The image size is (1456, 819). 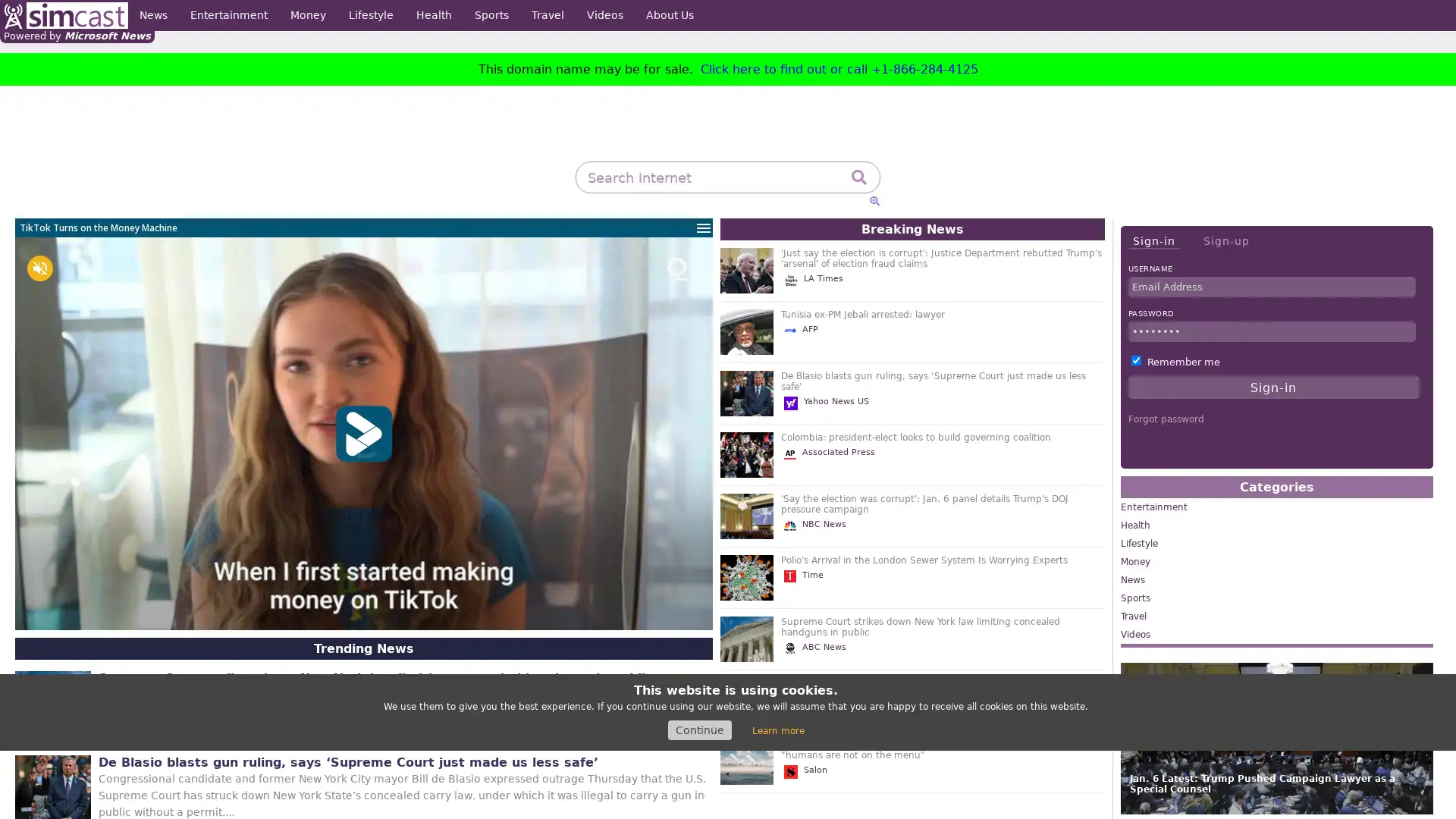 What do you see at coordinates (39, 268) in the screenshot?
I see `volume_offvolume_up` at bounding box center [39, 268].